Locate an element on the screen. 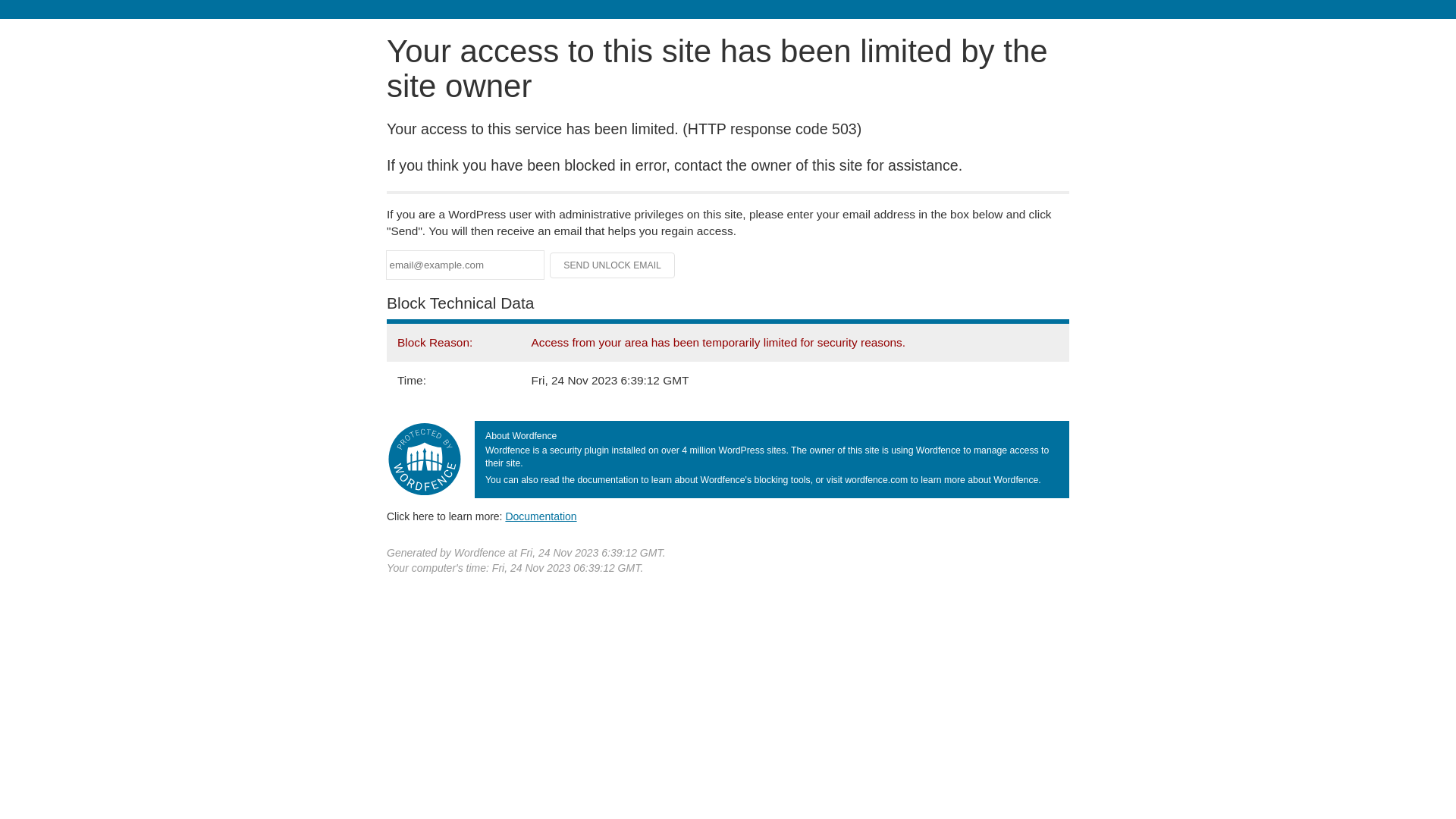  'Documentation' is located at coordinates (505, 516).